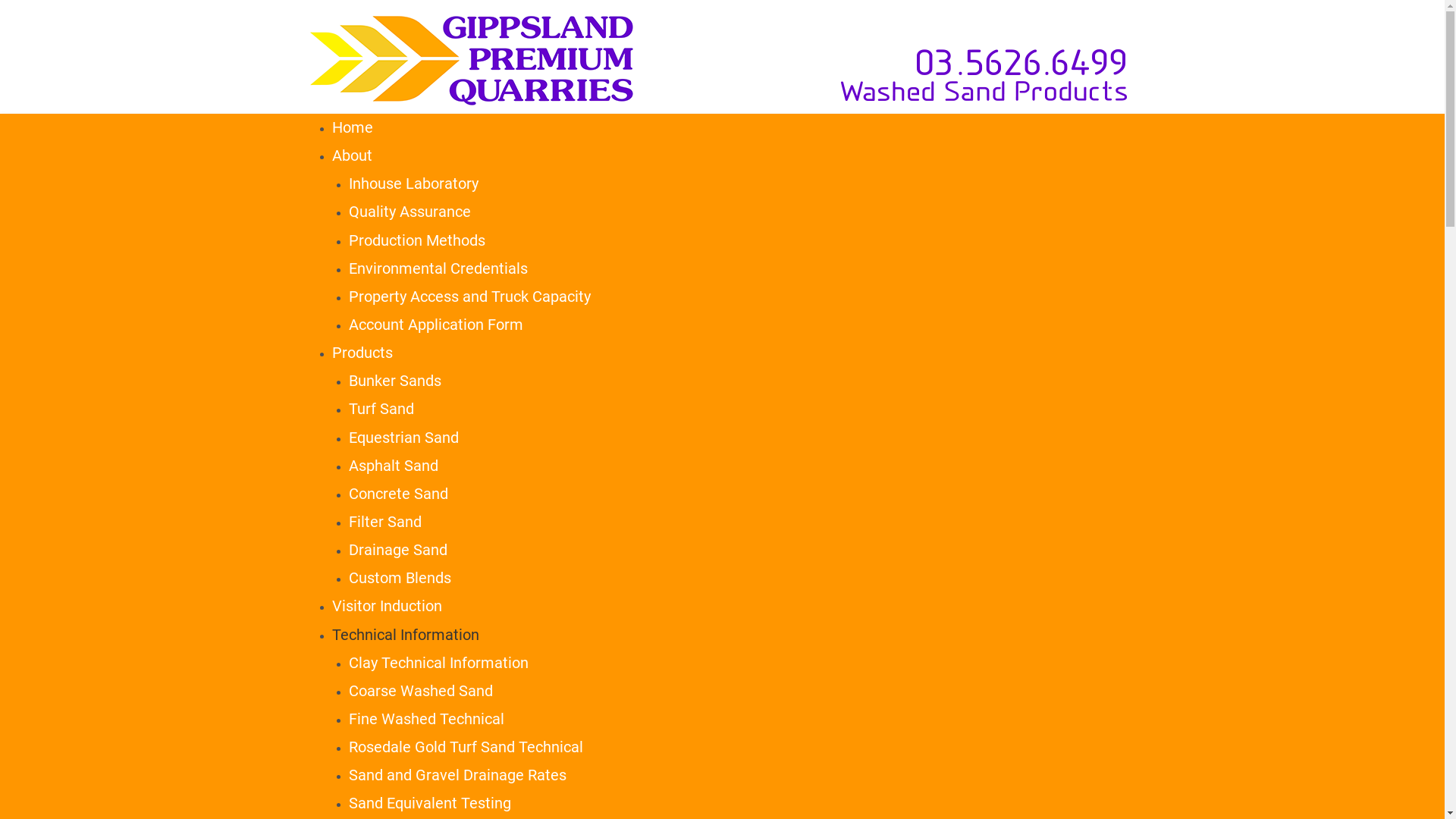  I want to click on 'Custom Blends', so click(400, 578).